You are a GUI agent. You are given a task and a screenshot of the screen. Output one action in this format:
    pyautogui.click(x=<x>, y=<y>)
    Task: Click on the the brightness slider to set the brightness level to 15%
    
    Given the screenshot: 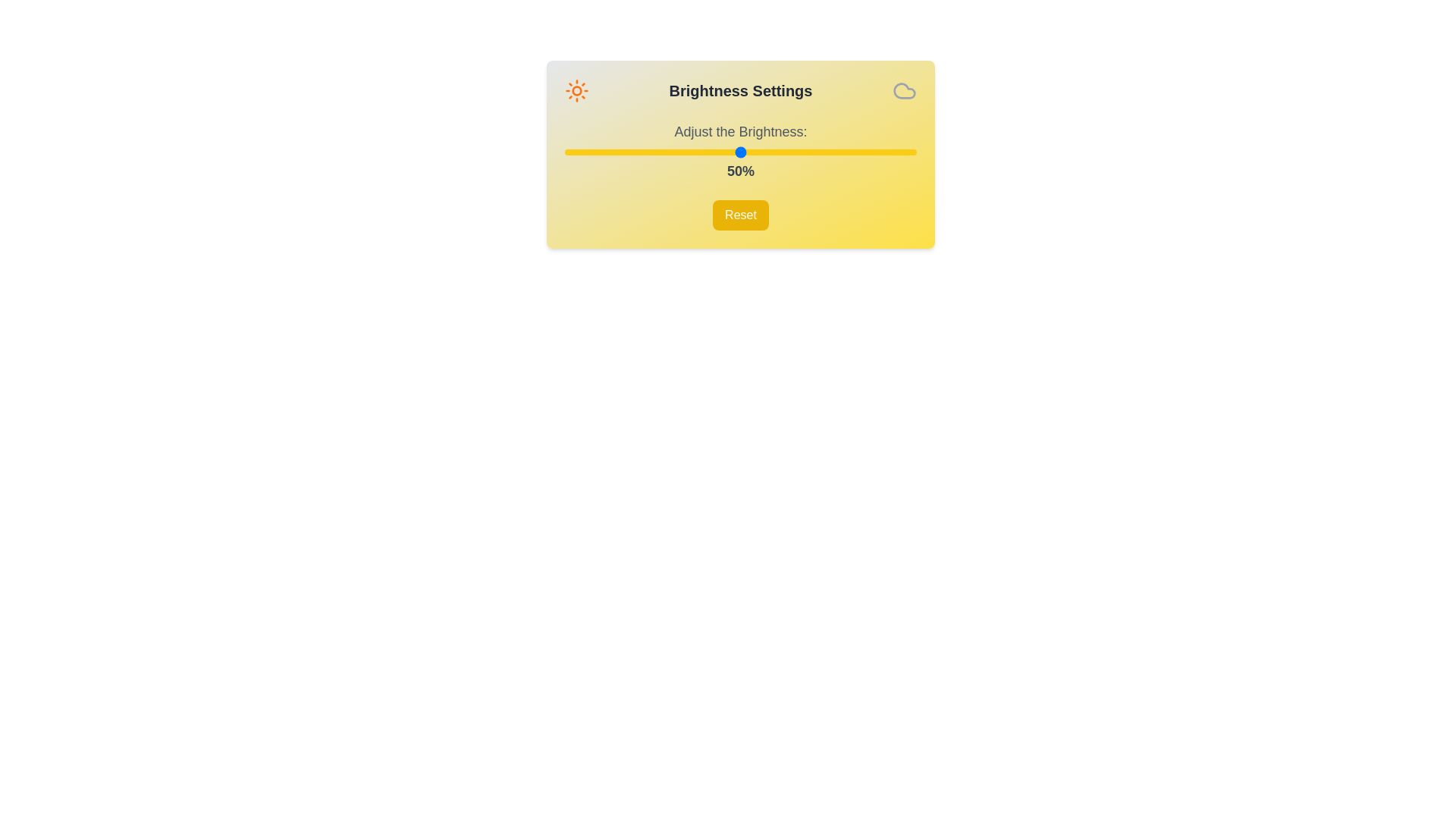 What is the action you would take?
    pyautogui.click(x=617, y=152)
    